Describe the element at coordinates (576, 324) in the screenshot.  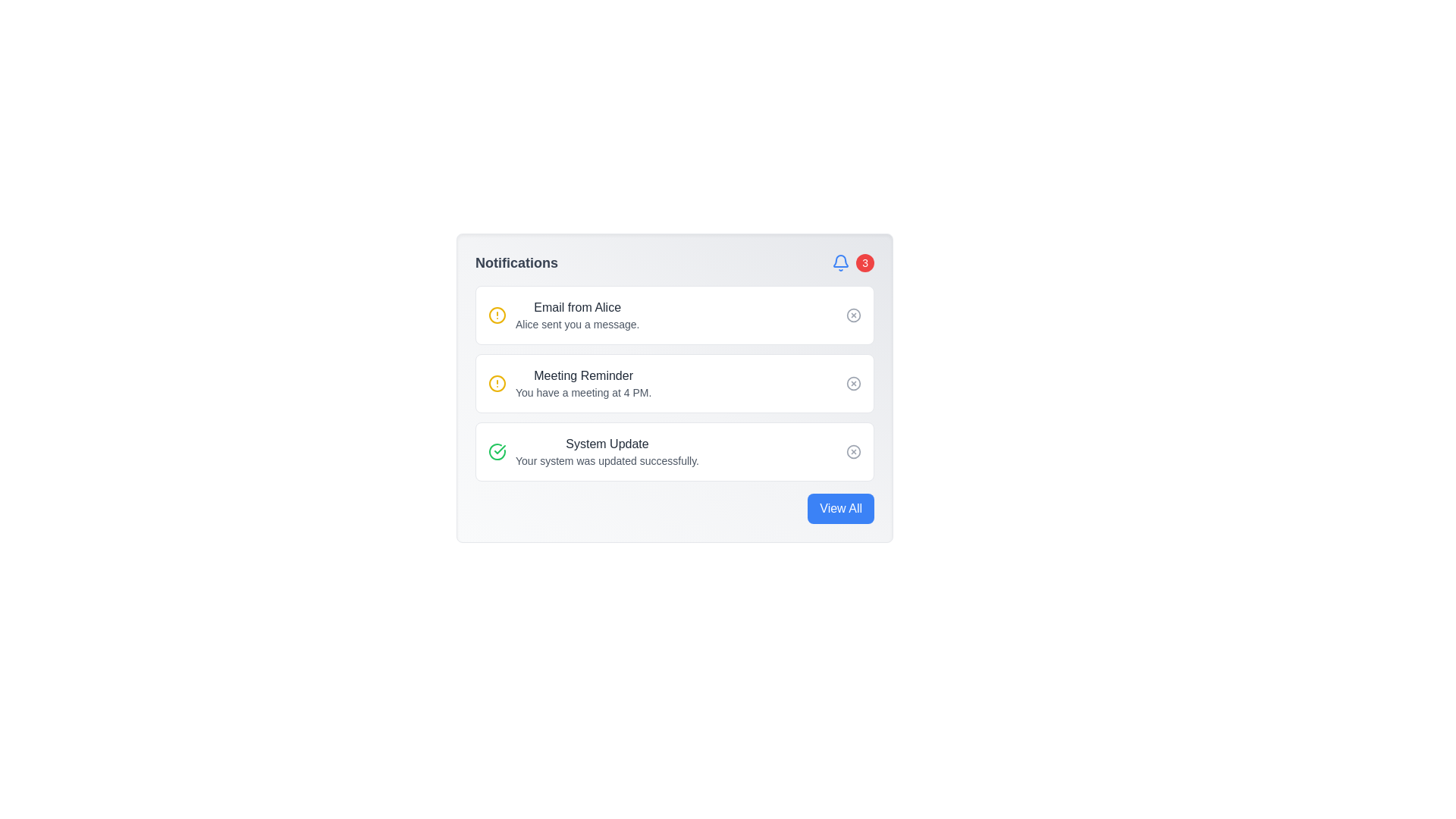
I see `the static text element that reads 'Alice sent you a message.' which is located in the first notification block directly below 'Email from Alice.'` at that location.